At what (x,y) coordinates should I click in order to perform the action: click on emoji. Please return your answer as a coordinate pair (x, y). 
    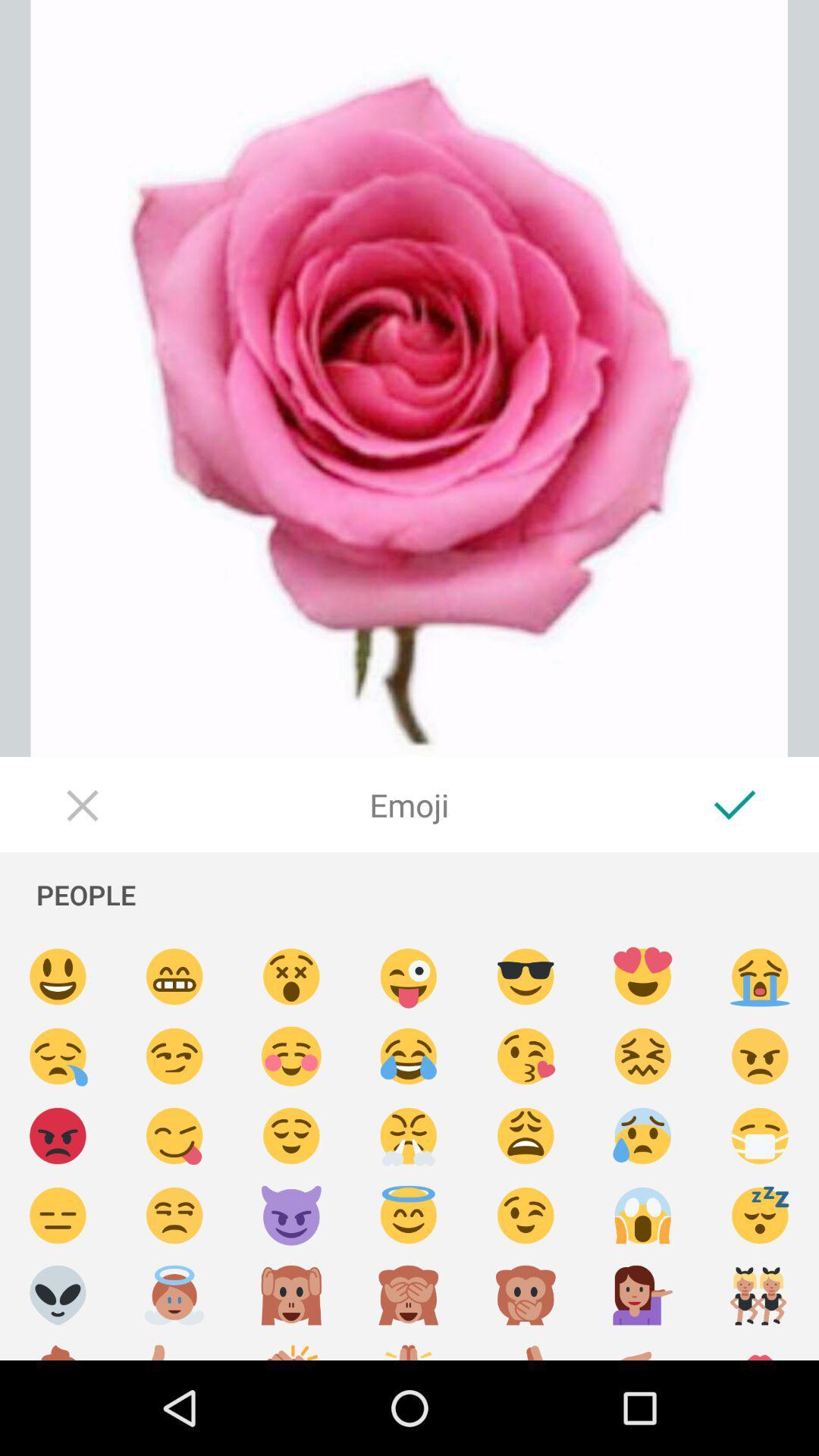
    Looking at the image, I should click on (174, 1348).